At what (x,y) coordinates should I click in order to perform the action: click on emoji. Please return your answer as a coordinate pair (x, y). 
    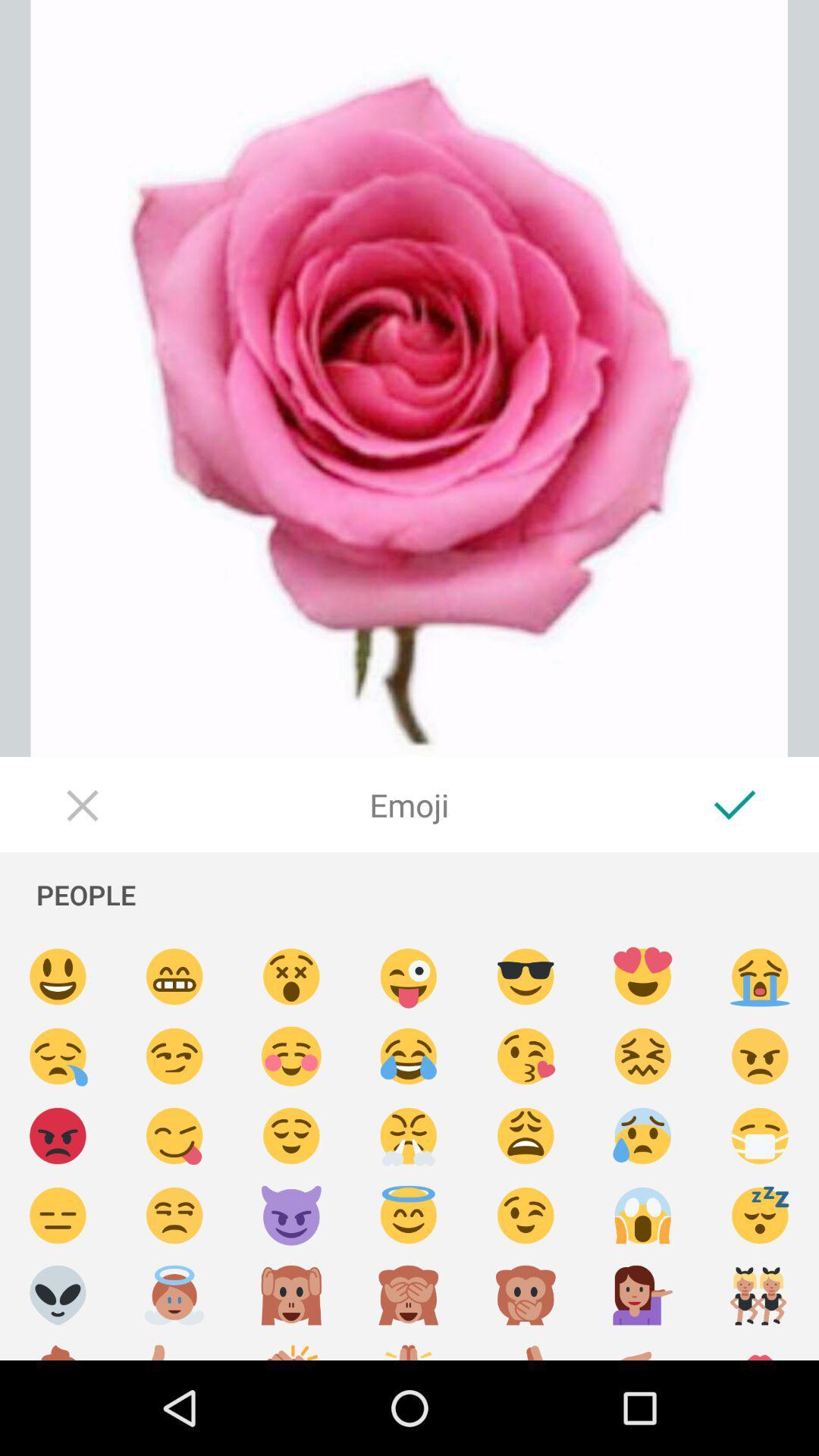
    Looking at the image, I should click on (174, 1348).